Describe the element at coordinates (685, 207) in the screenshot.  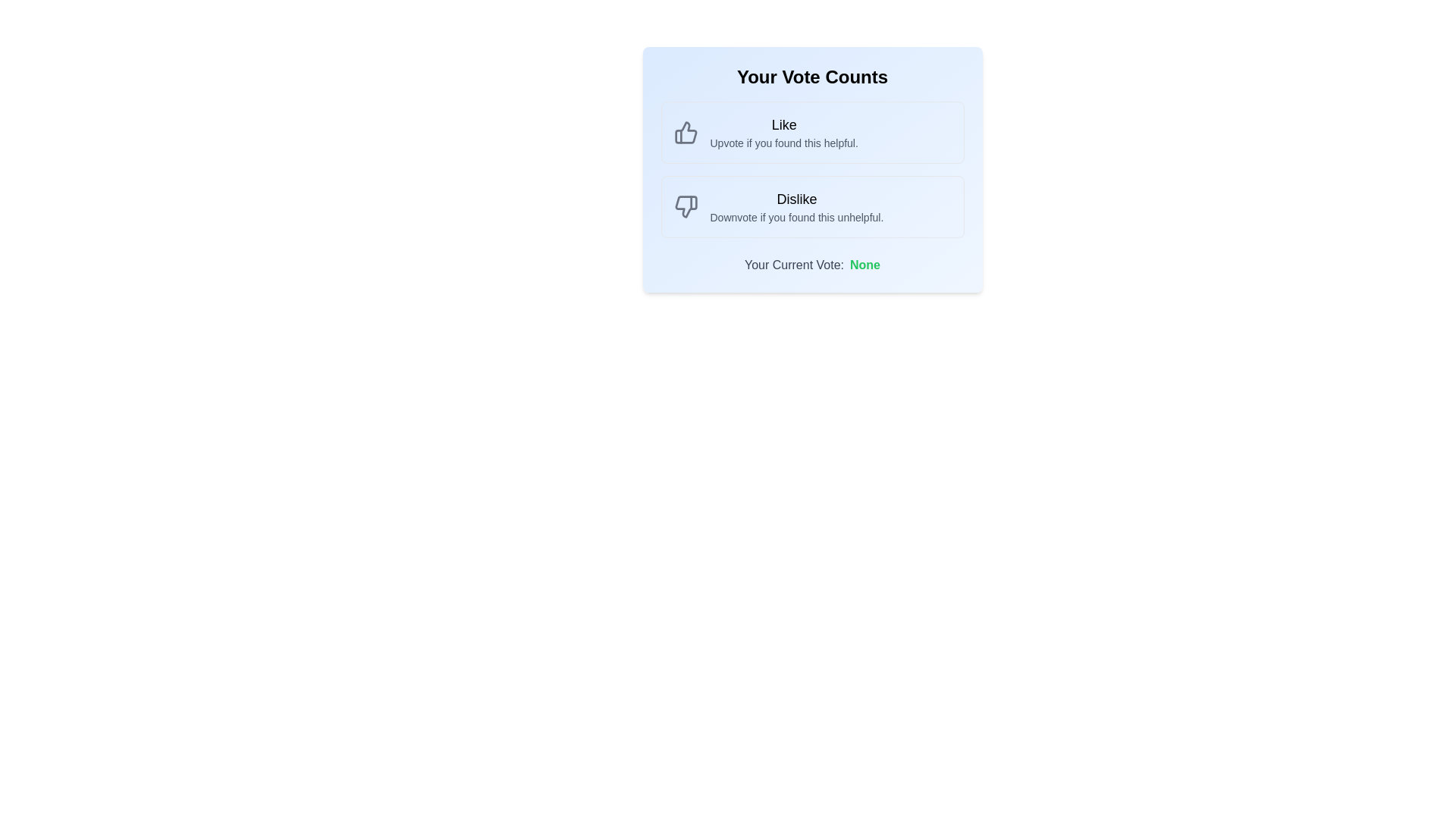
I see `the thumbs-down icon representing a dislike action, which is located to the left of the text 'Dislike - Downvote if you found this unhelpful.'` at that location.